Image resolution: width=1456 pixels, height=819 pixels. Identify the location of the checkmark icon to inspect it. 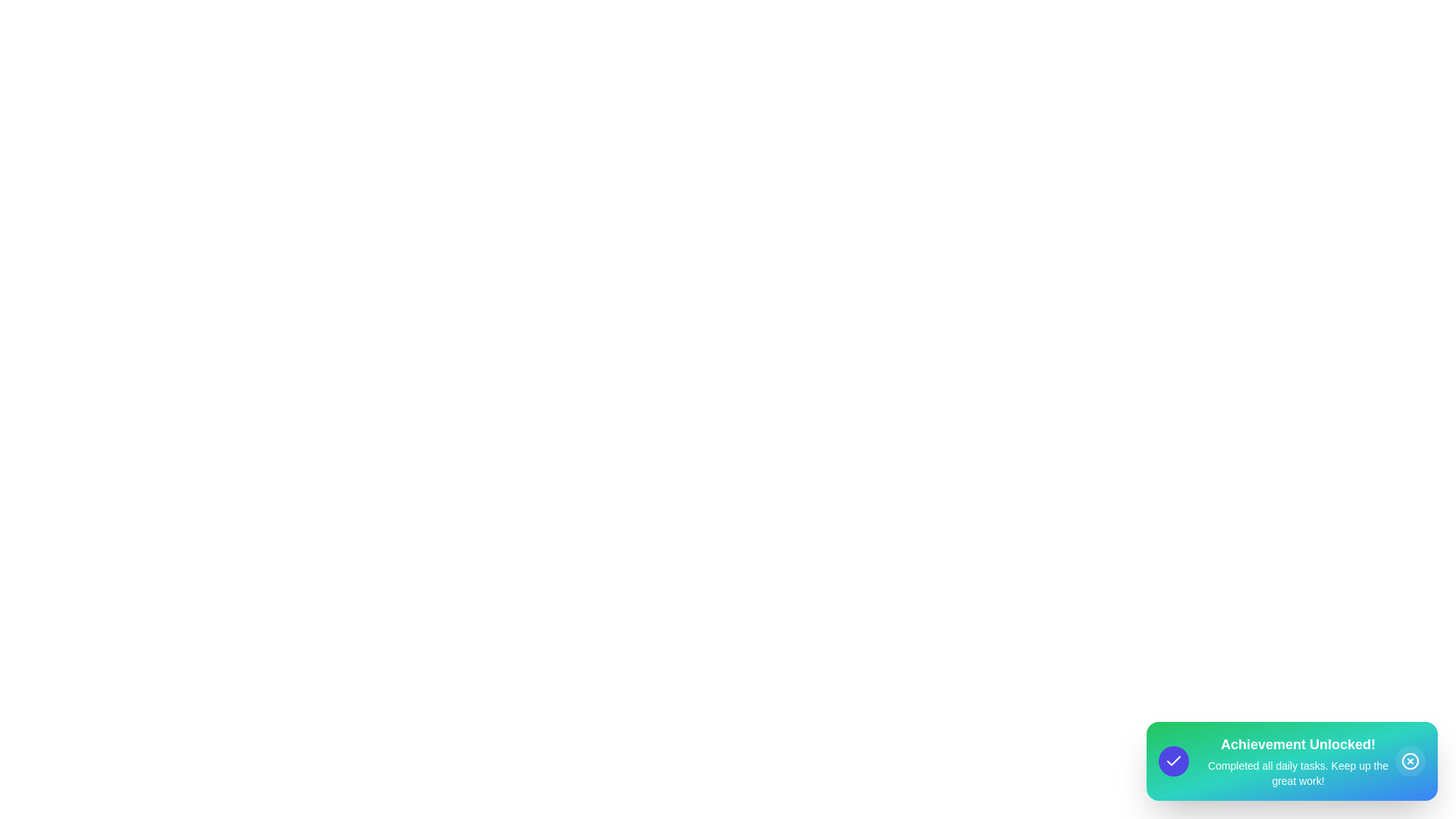
(1173, 761).